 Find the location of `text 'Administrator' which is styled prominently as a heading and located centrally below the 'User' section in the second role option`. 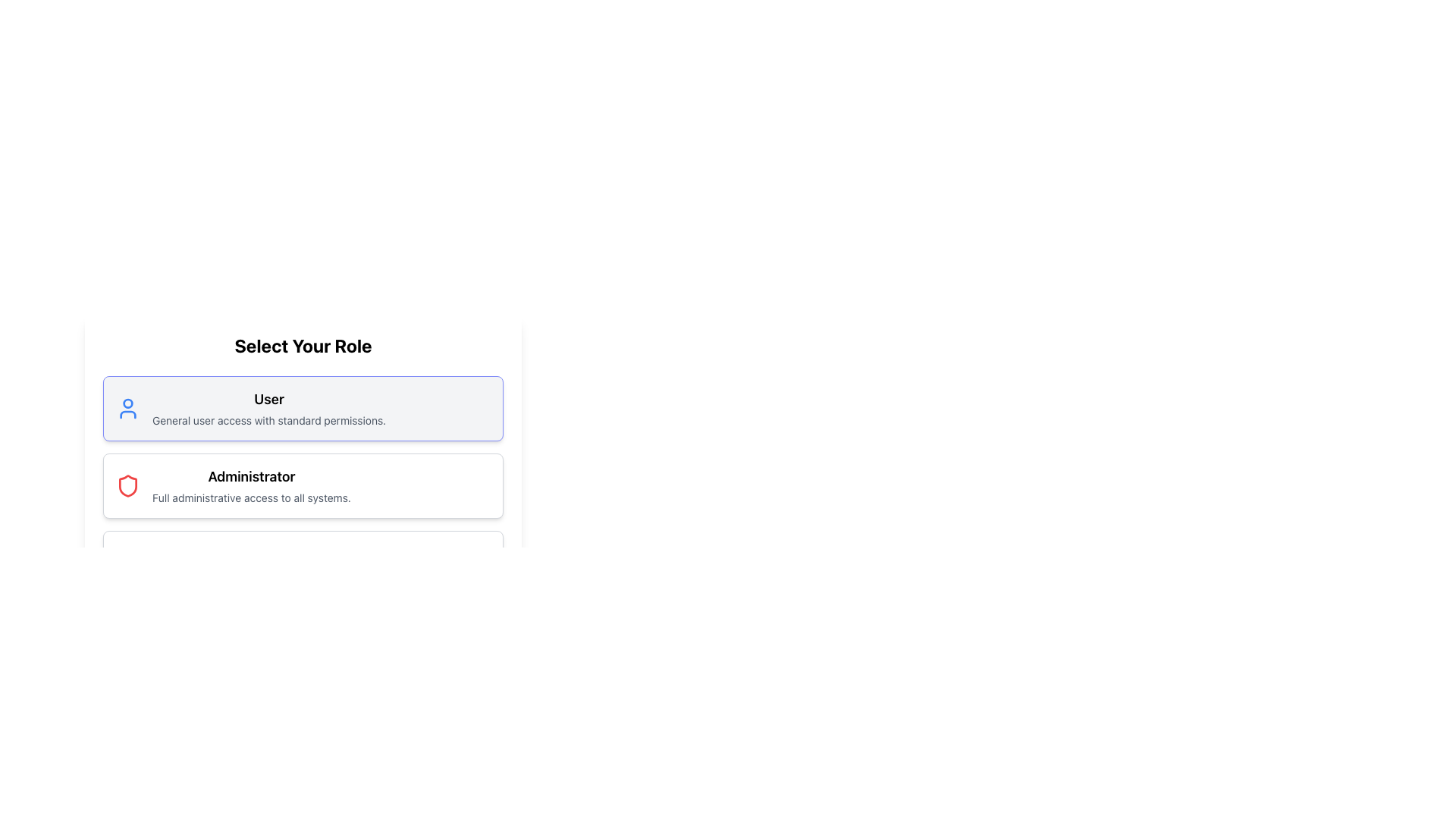

text 'Administrator' which is styled prominently as a heading and located centrally below the 'User' section in the second role option is located at coordinates (251, 475).